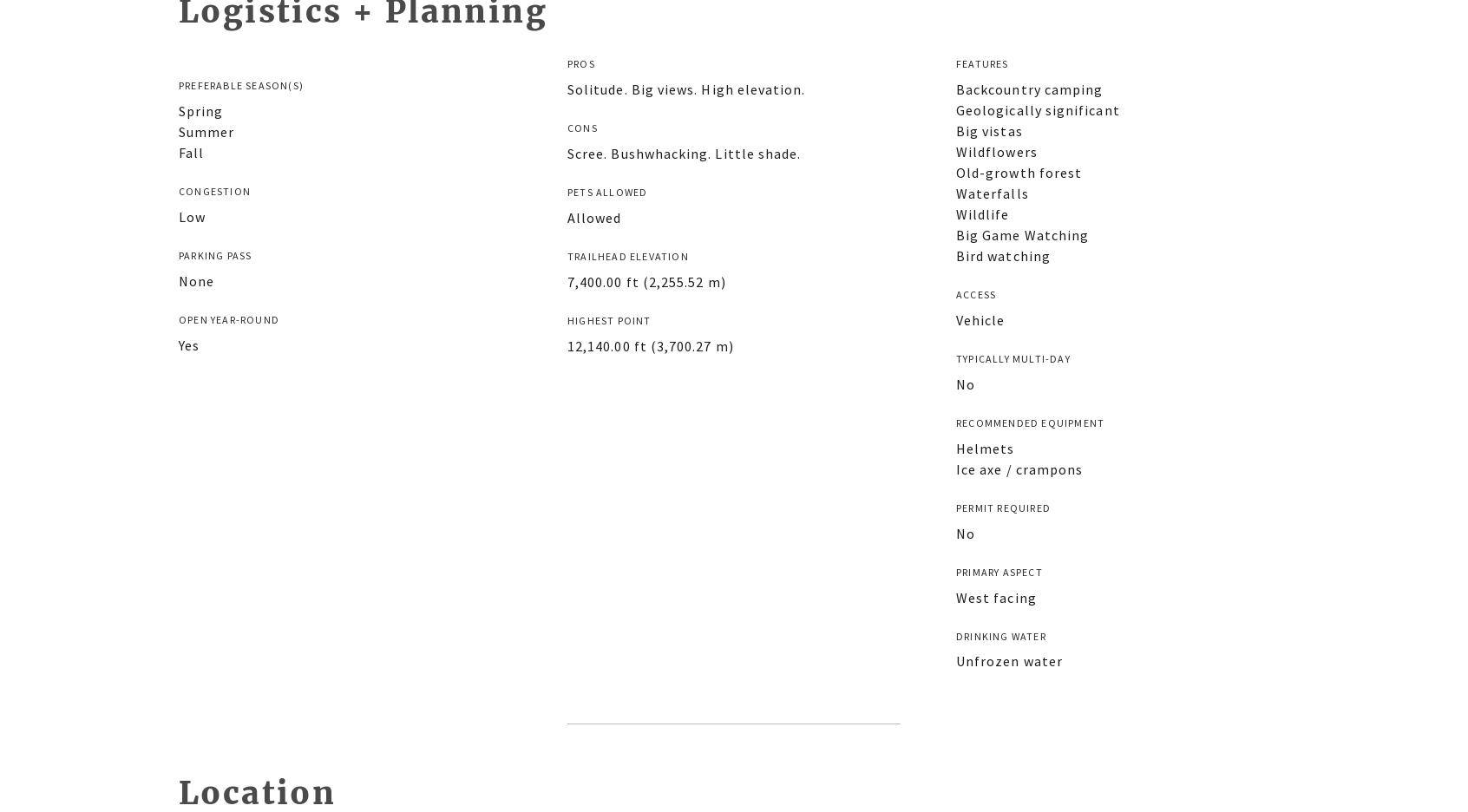  What do you see at coordinates (593, 216) in the screenshot?
I see `'Allowed'` at bounding box center [593, 216].